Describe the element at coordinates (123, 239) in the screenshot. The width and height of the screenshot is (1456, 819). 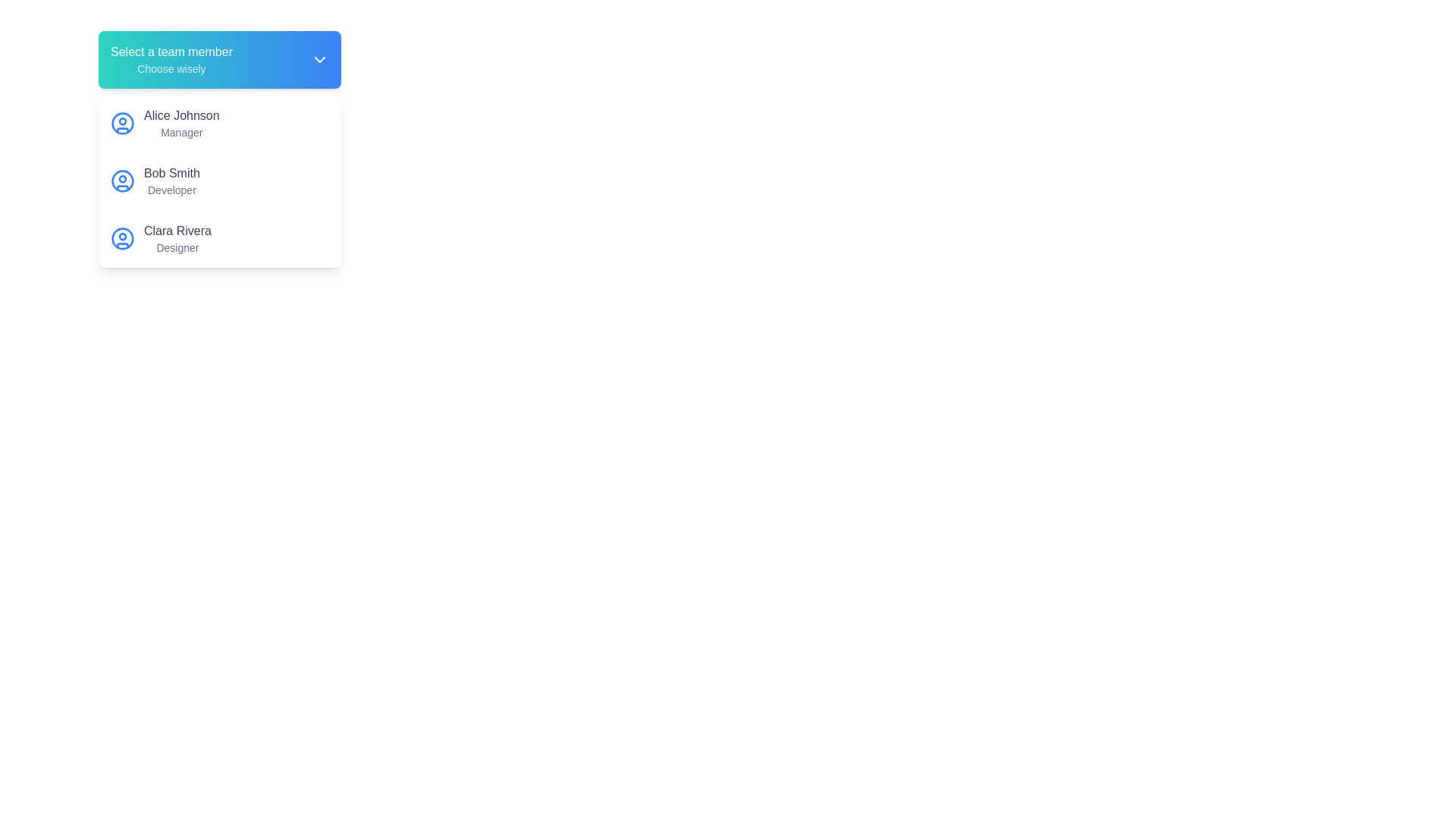
I see `the user avatar icon representing Clara Rivera, which is the leftmost icon in the third row below 'Select a team member.'` at that location.